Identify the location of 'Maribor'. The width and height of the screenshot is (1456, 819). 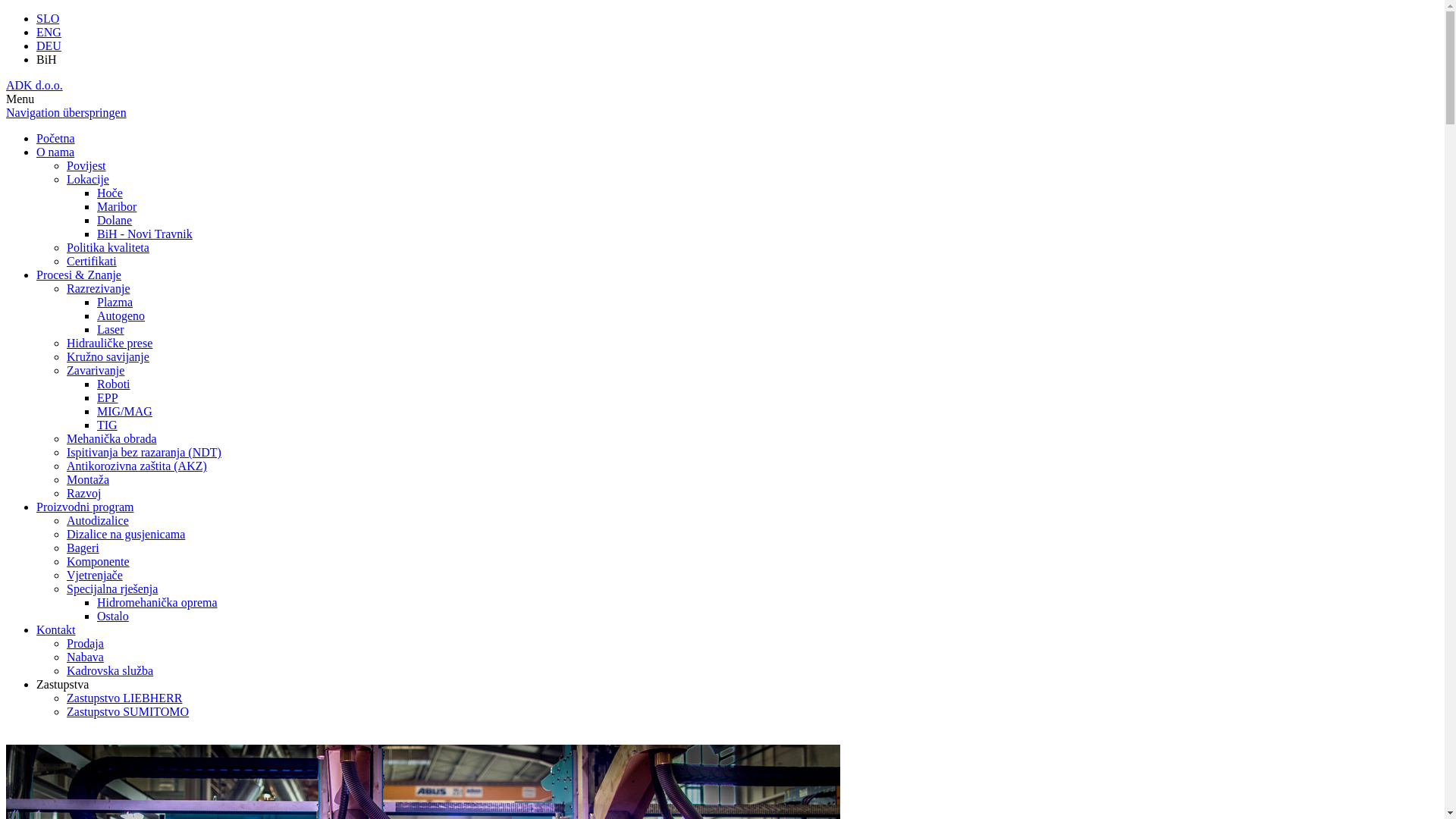
(96, 206).